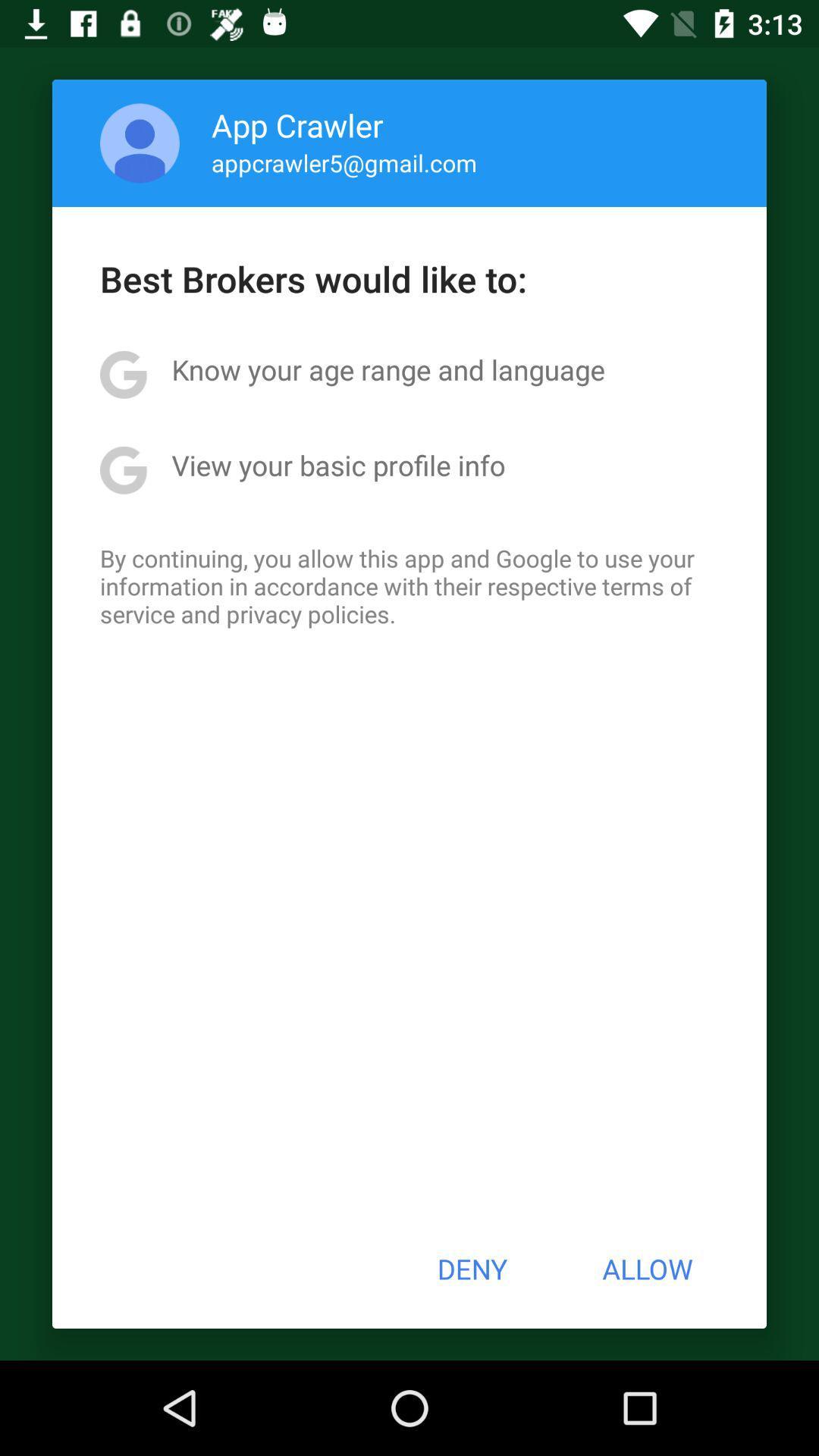 The width and height of the screenshot is (819, 1456). What do you see at coordinates (344, 162) in the screenshot?
I see `appcrawler5@gmail.com` at bounding box center [344, 162].